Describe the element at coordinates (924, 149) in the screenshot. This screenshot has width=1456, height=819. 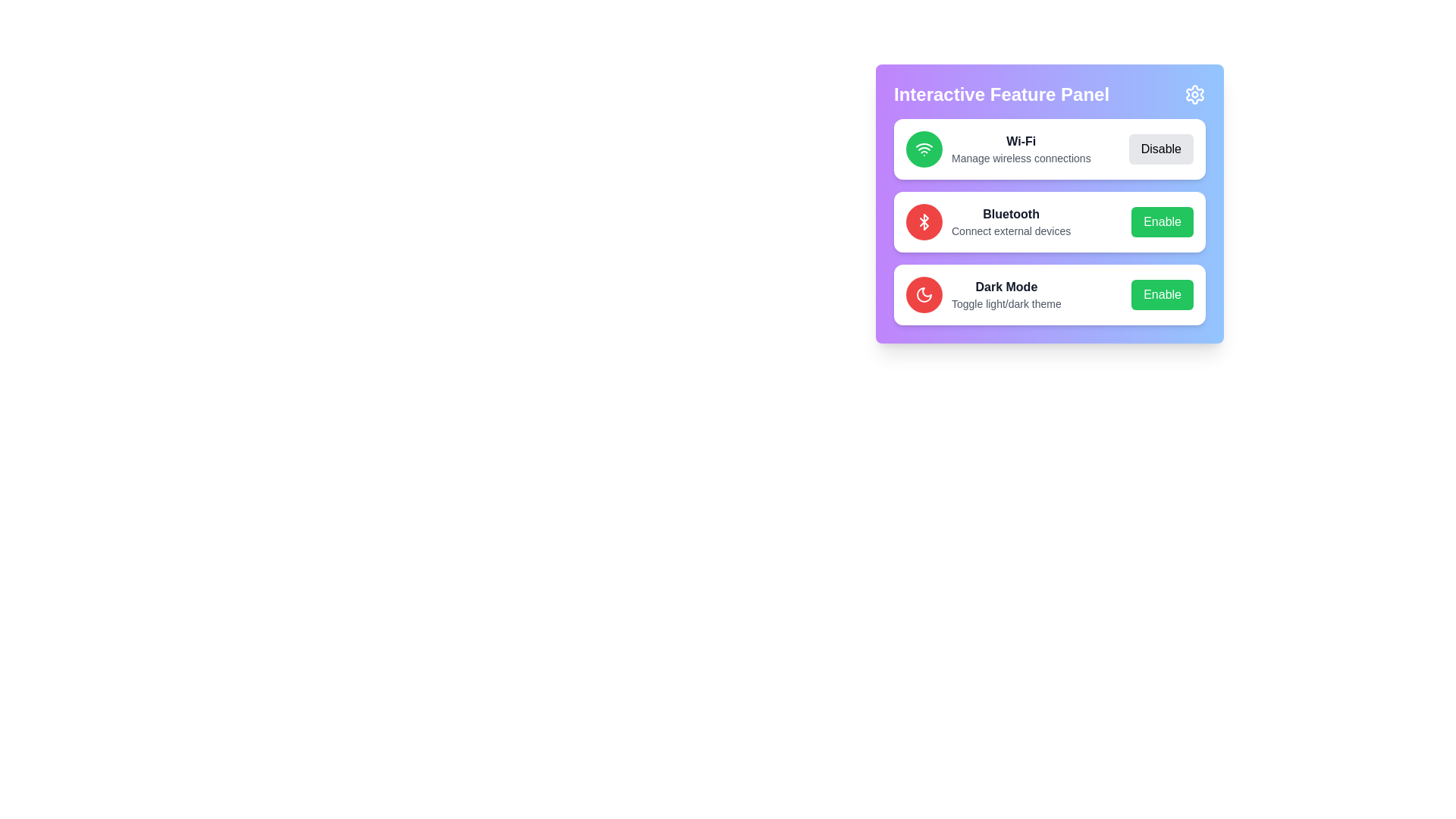
I see `the feature's icon to examine its description` at that location.